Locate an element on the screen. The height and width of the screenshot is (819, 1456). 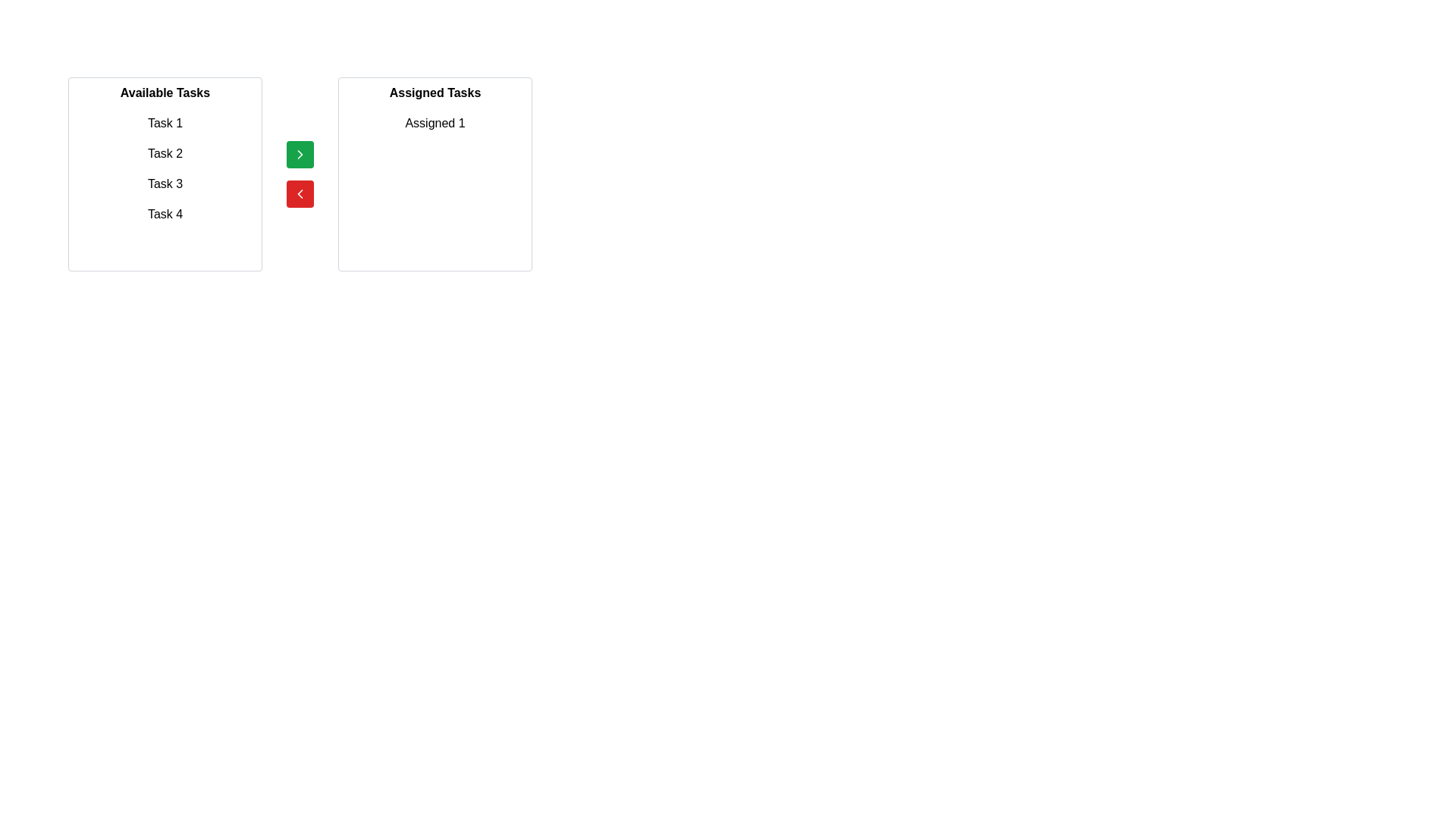
the icon button located within a green rectangular button, positioned vertically between the 'Available Tasks' and 'Assigned Tasks' lists is located at coordinates (300, 155).